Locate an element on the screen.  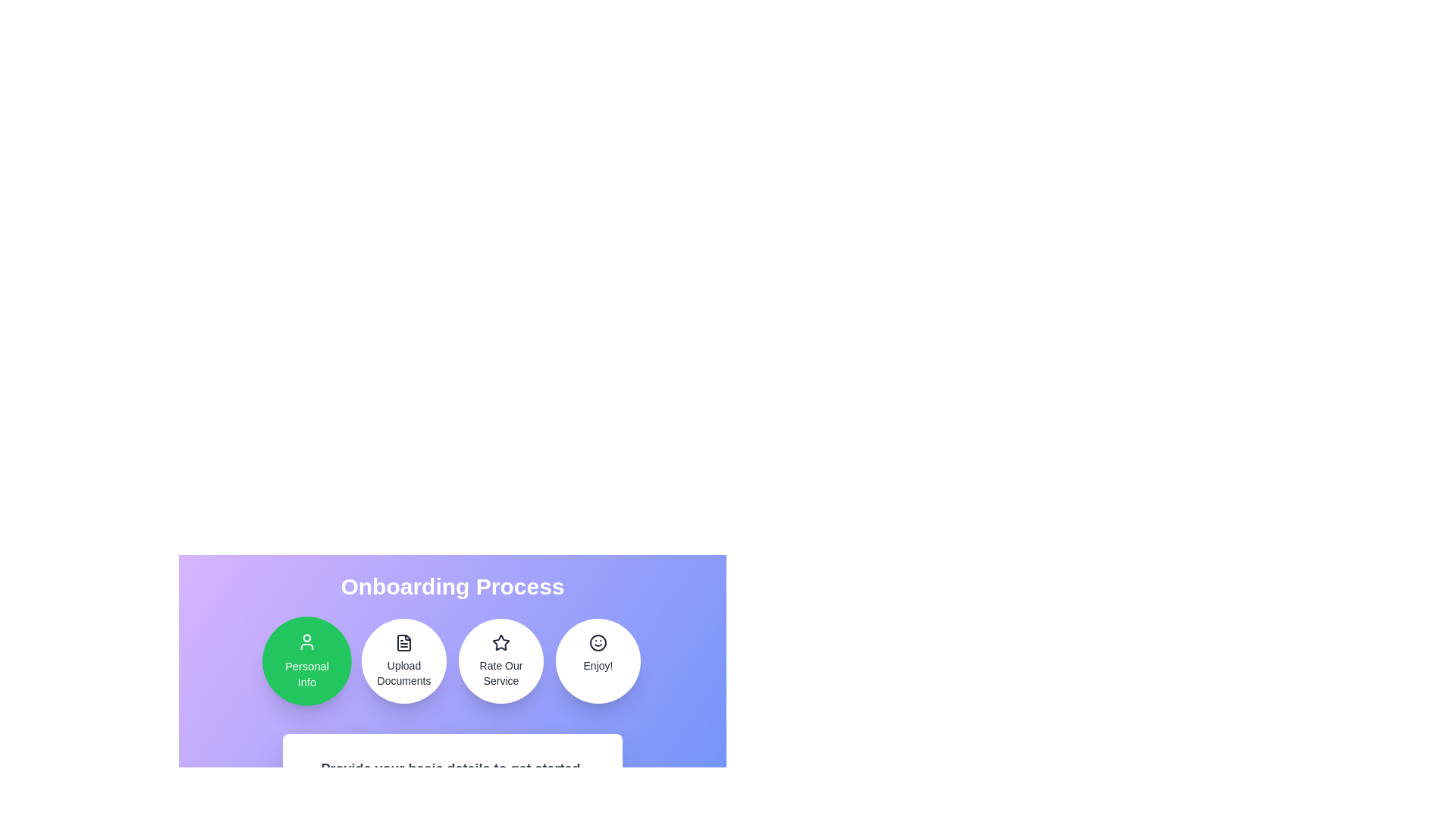
the onboarding step Personal Info by clicking on its corresponding icon is located at coordinates (306, 660).